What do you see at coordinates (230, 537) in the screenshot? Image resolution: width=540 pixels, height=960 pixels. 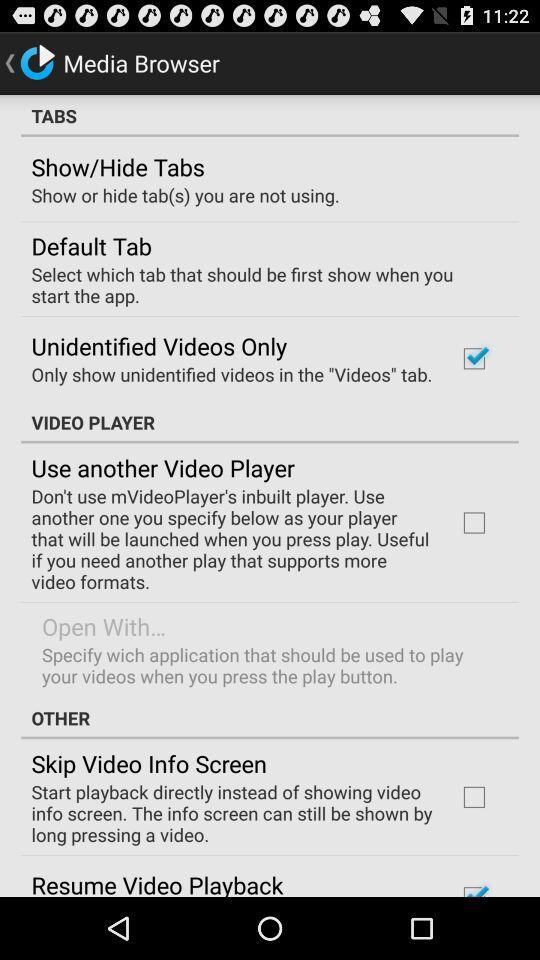 I see `the don t use icon` at bounding box center [230, 537].